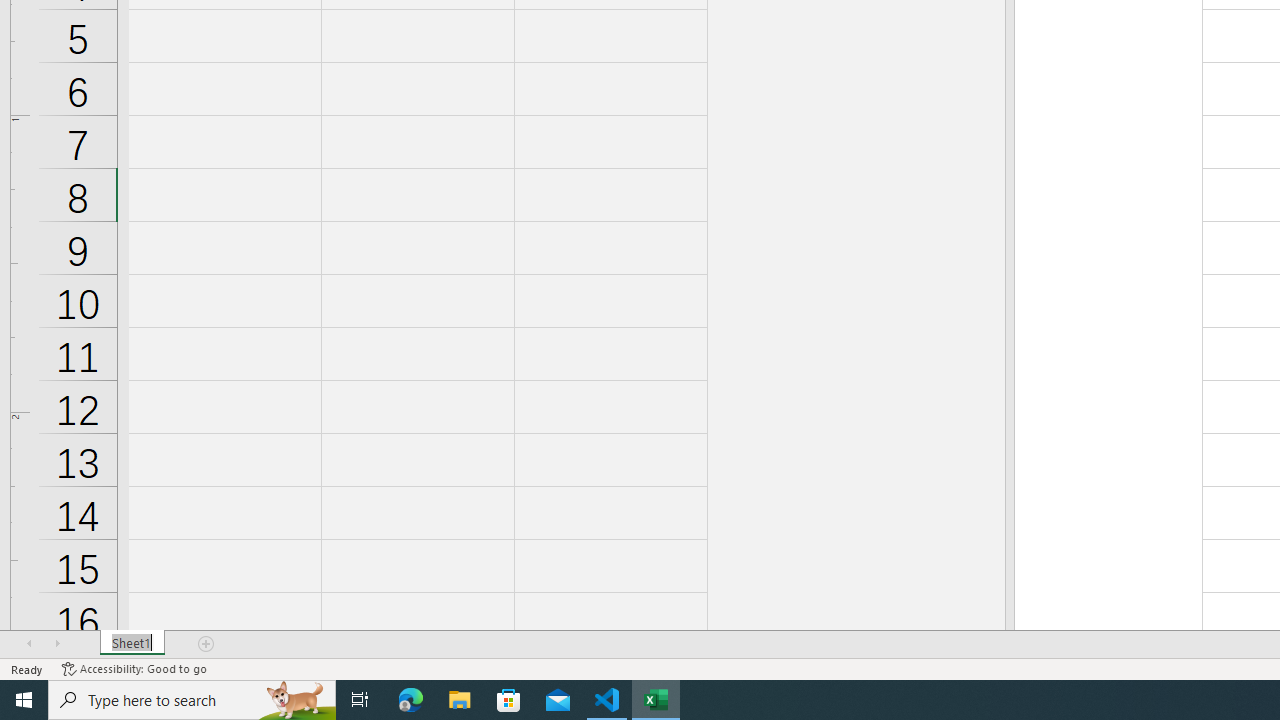  Describe the element at coordinates (131, 644) in the screenshot. I see `'Sheet Tab'` at that location.